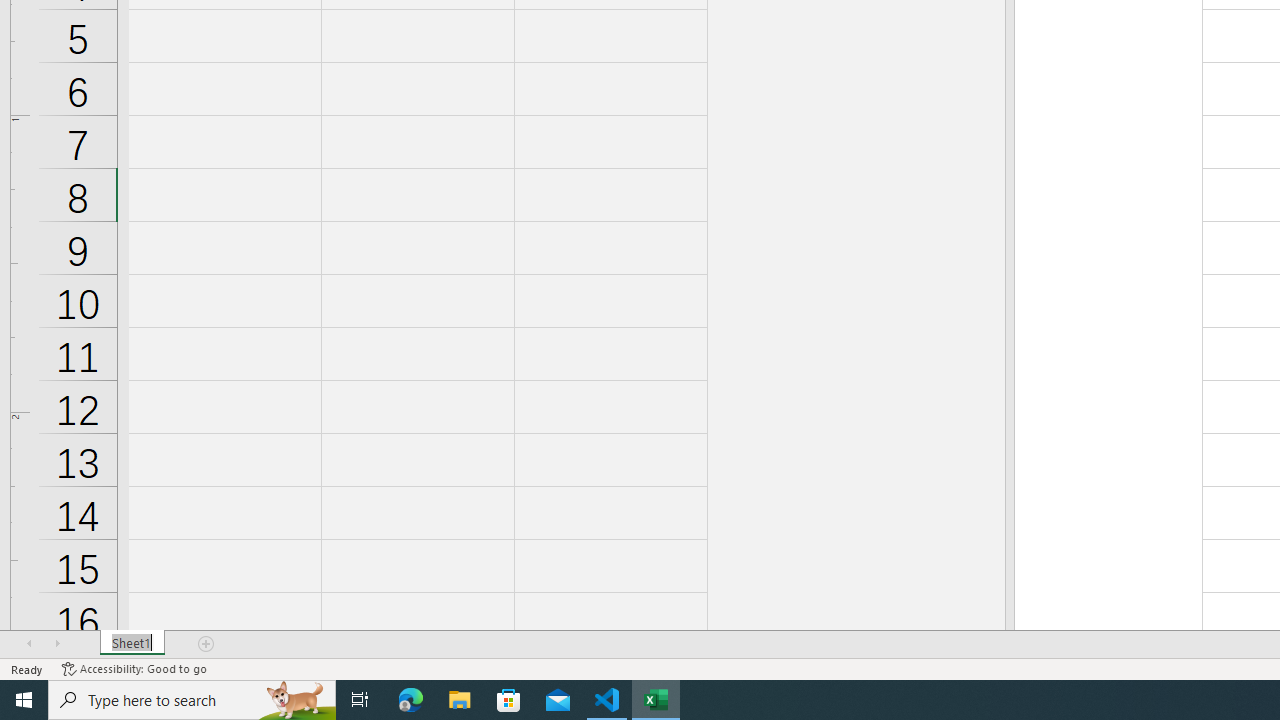  Describe the element at coordinates (131, 644) in the screenshot. I see `'Sheet Tab'` at that location.